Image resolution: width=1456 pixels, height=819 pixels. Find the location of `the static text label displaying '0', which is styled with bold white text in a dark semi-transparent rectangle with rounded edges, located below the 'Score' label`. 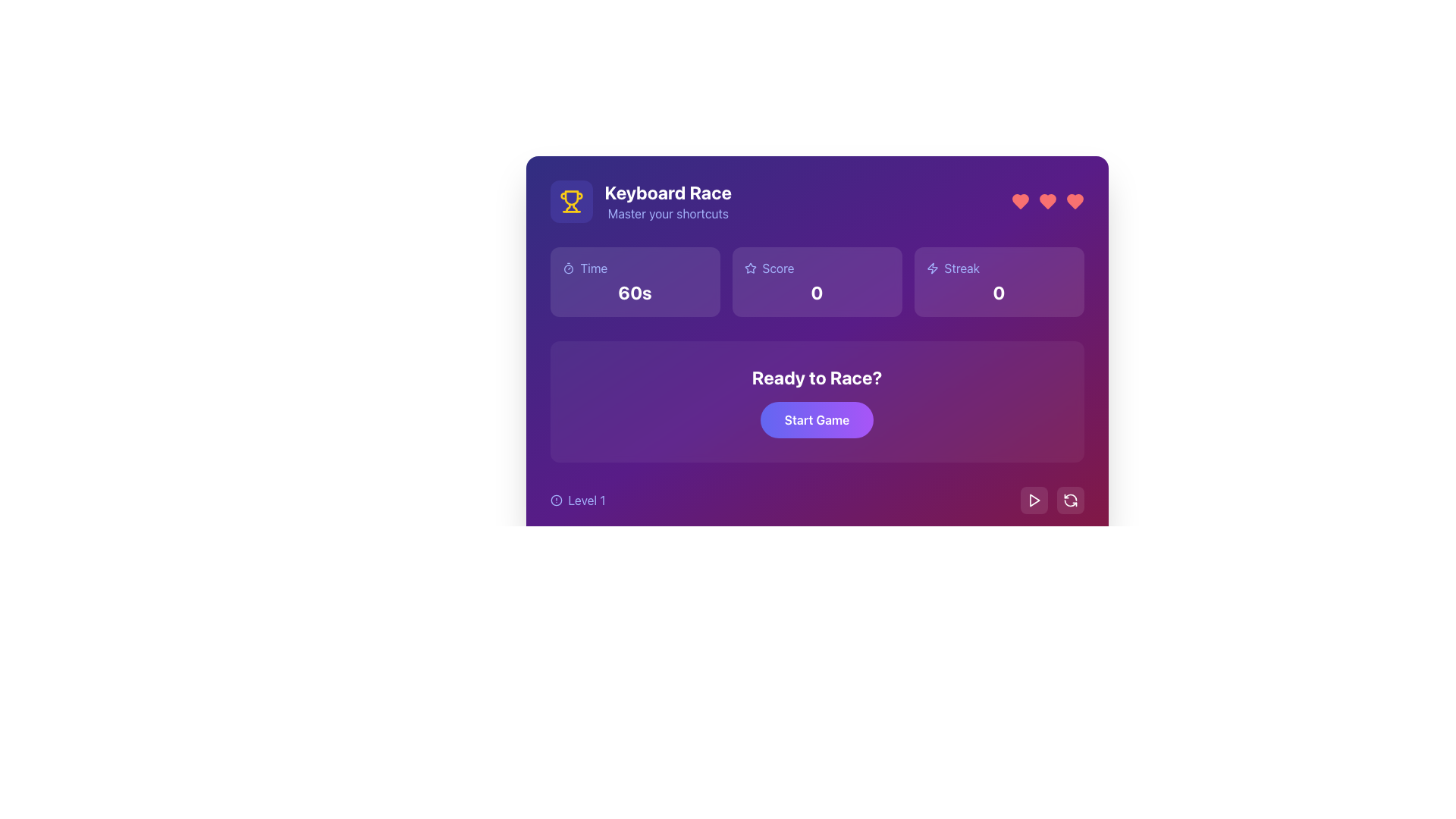

the static text label displaying '0', which is styled with bold white text in a dark semi-transparent rectangle with rounded edges, located below the 'Score' label is located at coordinates (816, 292).